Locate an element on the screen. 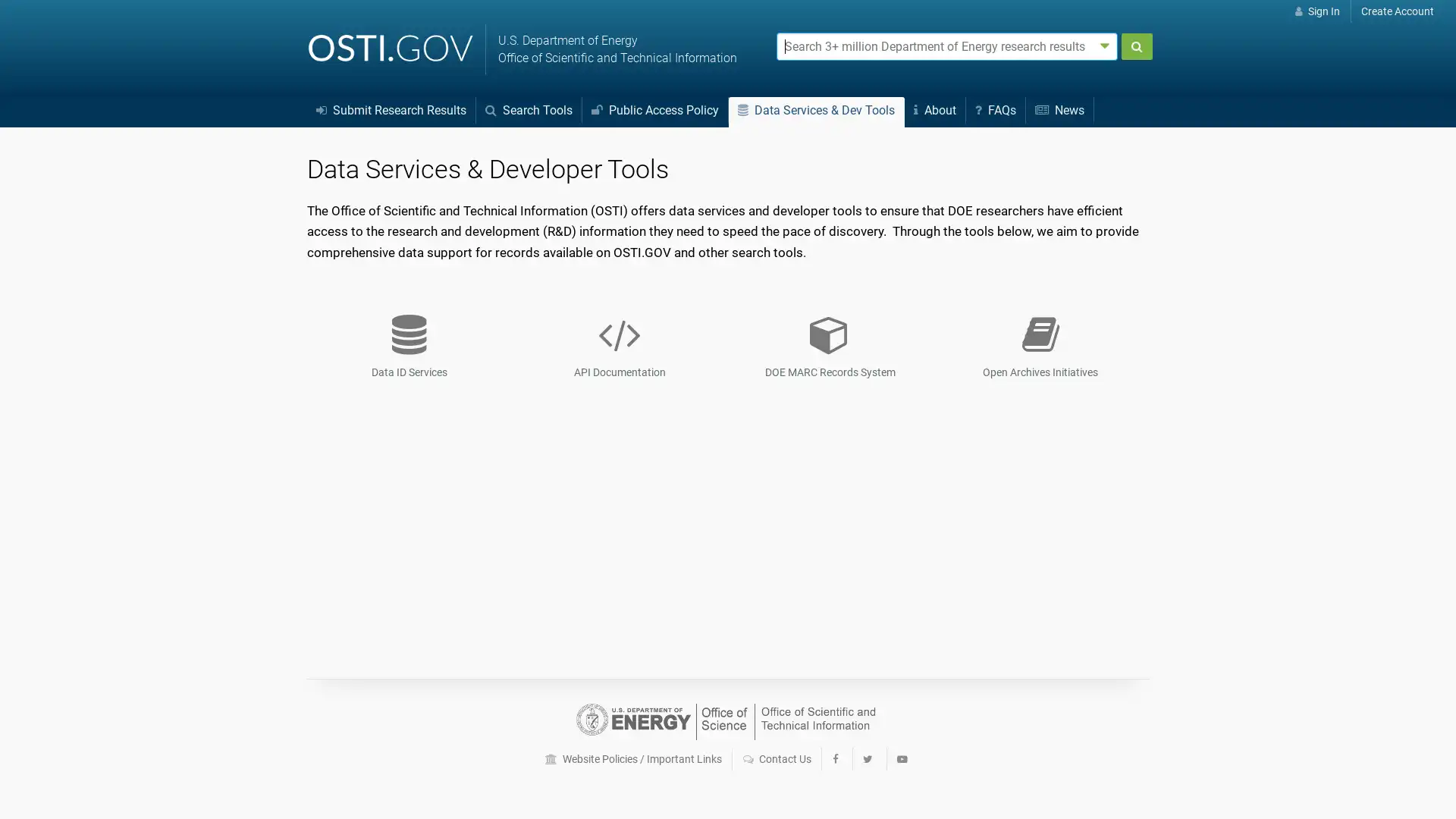 This screenshot has height=819, width=1456. Open the advanced search options is located at coordinates (1105, 45).